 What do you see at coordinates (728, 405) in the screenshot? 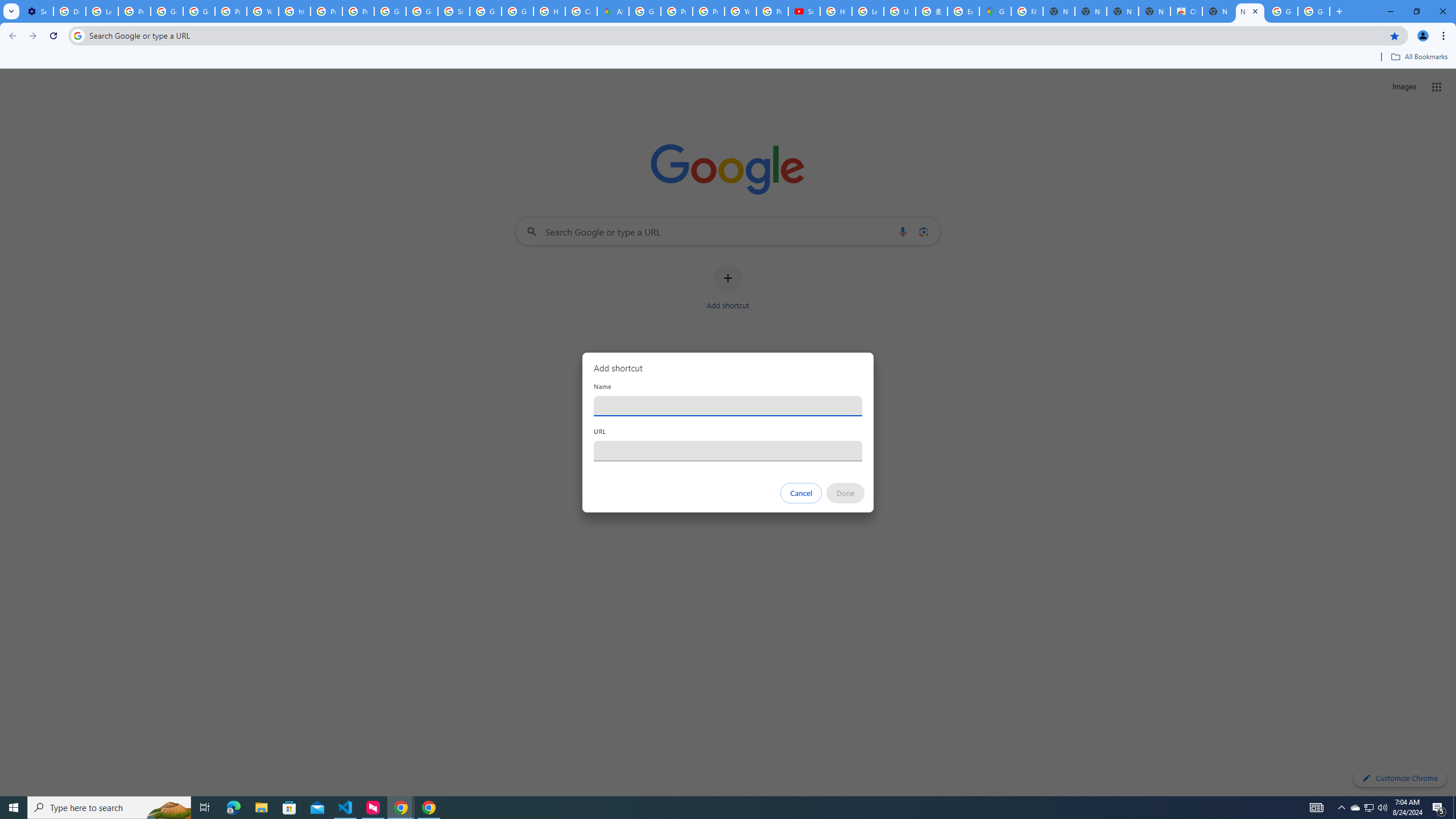
I see `'Name'` at bounding box center [728, 405].